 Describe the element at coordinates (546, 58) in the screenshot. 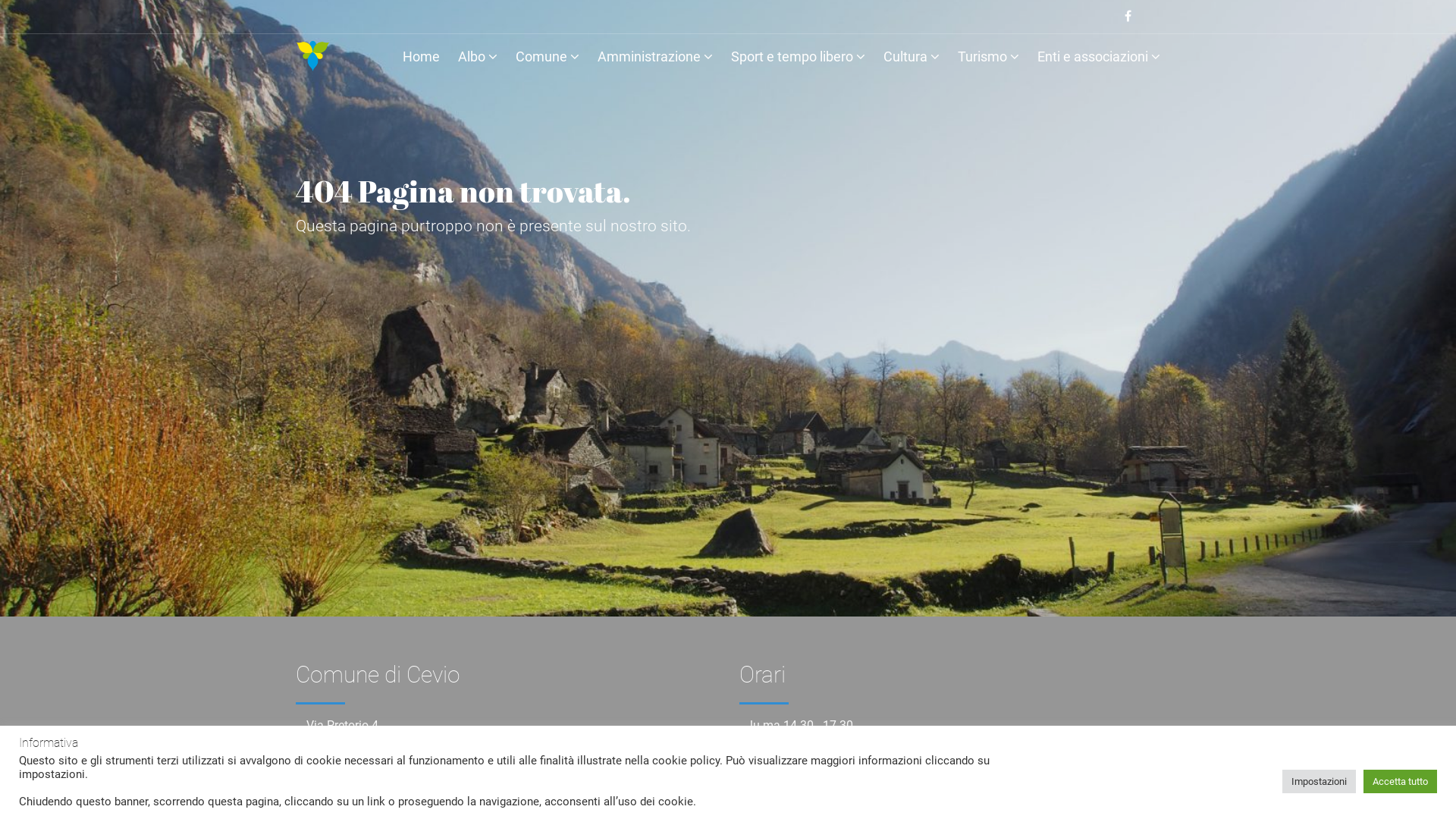

I see `'Comune'` at that location.